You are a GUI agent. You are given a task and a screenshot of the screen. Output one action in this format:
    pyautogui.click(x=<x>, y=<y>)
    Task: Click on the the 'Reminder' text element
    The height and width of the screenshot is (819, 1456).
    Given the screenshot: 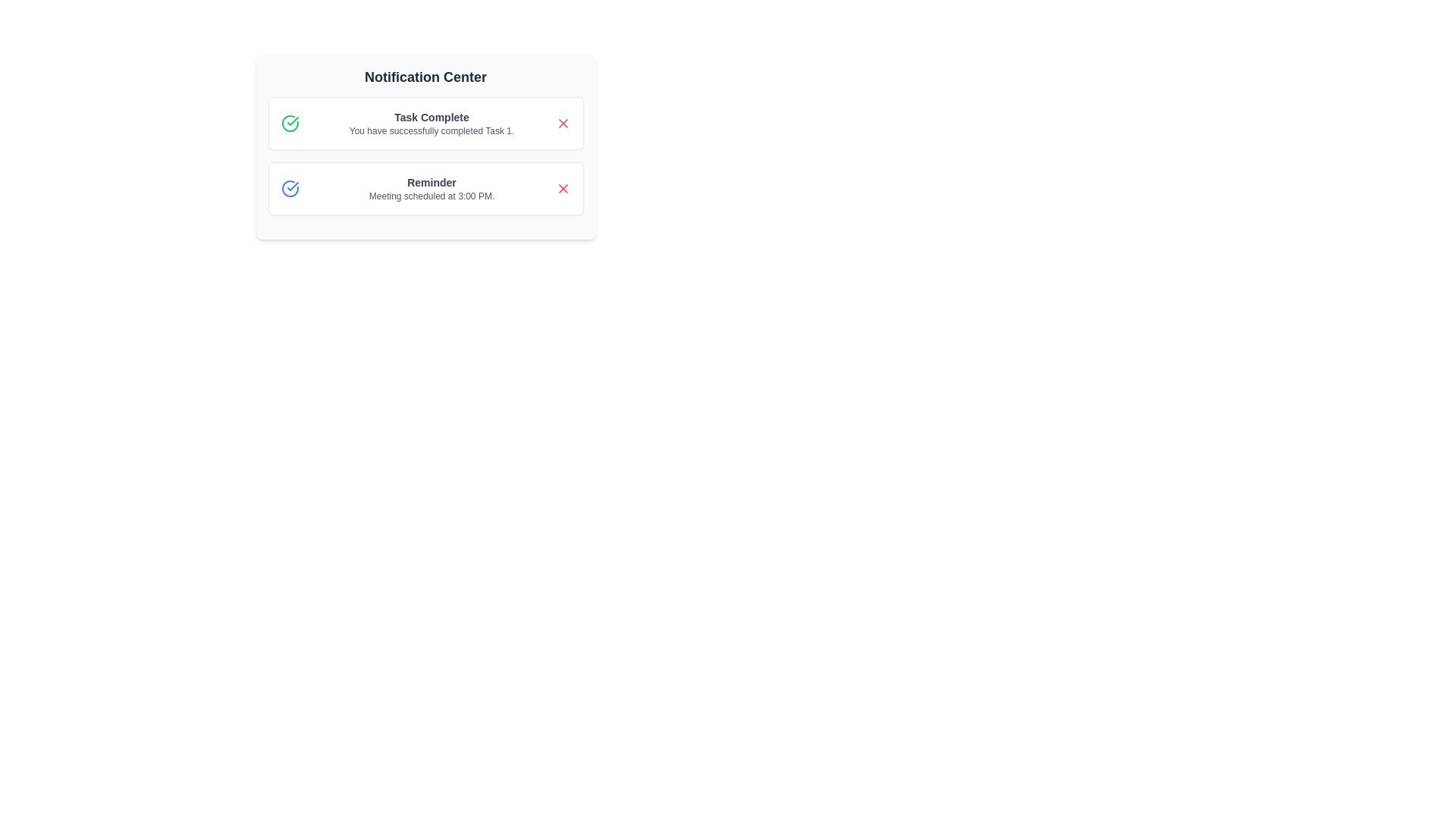 What is the action you would take?
    pyautogui.click(x=431, y=181)
    